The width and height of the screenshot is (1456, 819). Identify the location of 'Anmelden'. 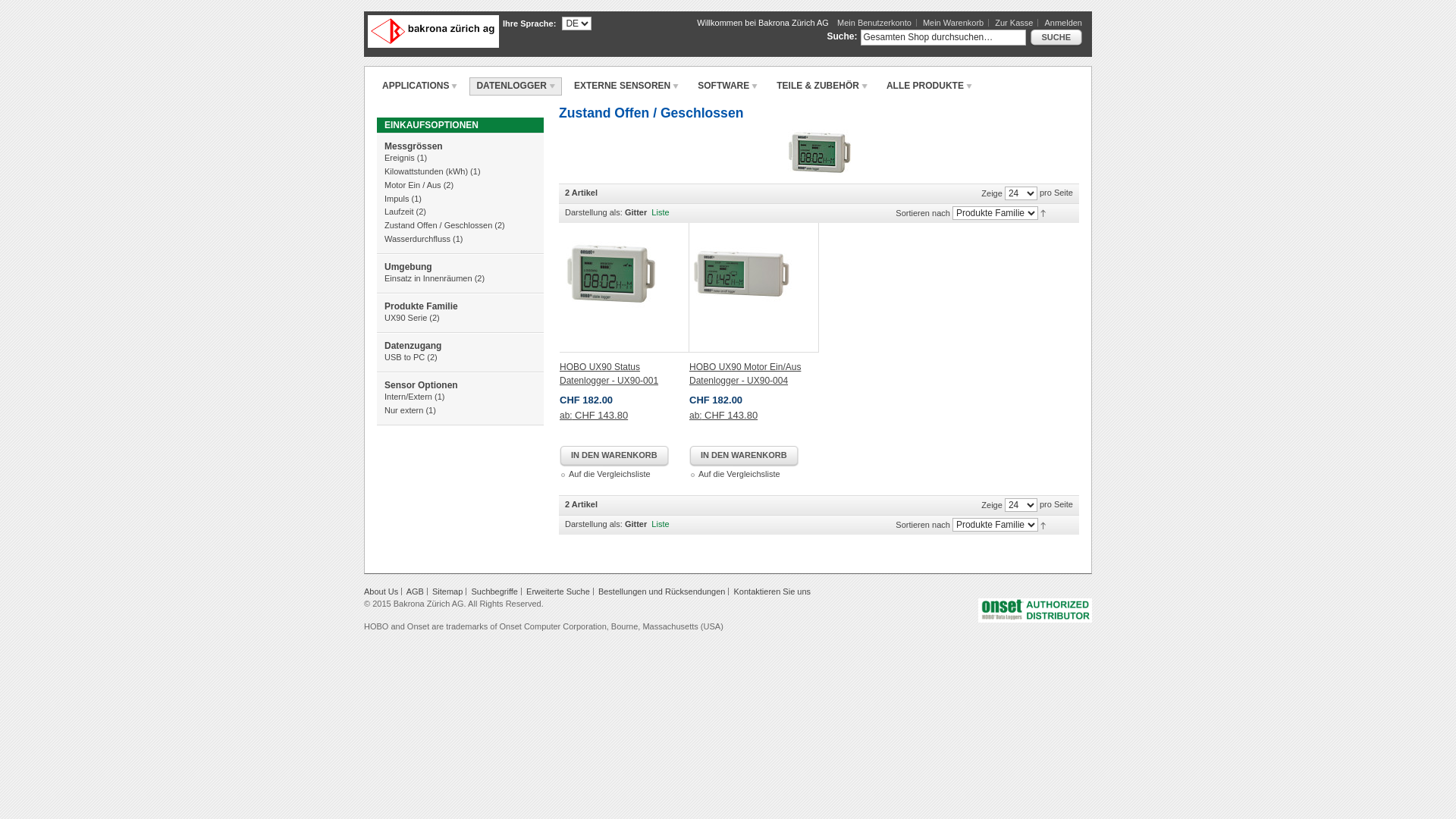
(1062, 23).